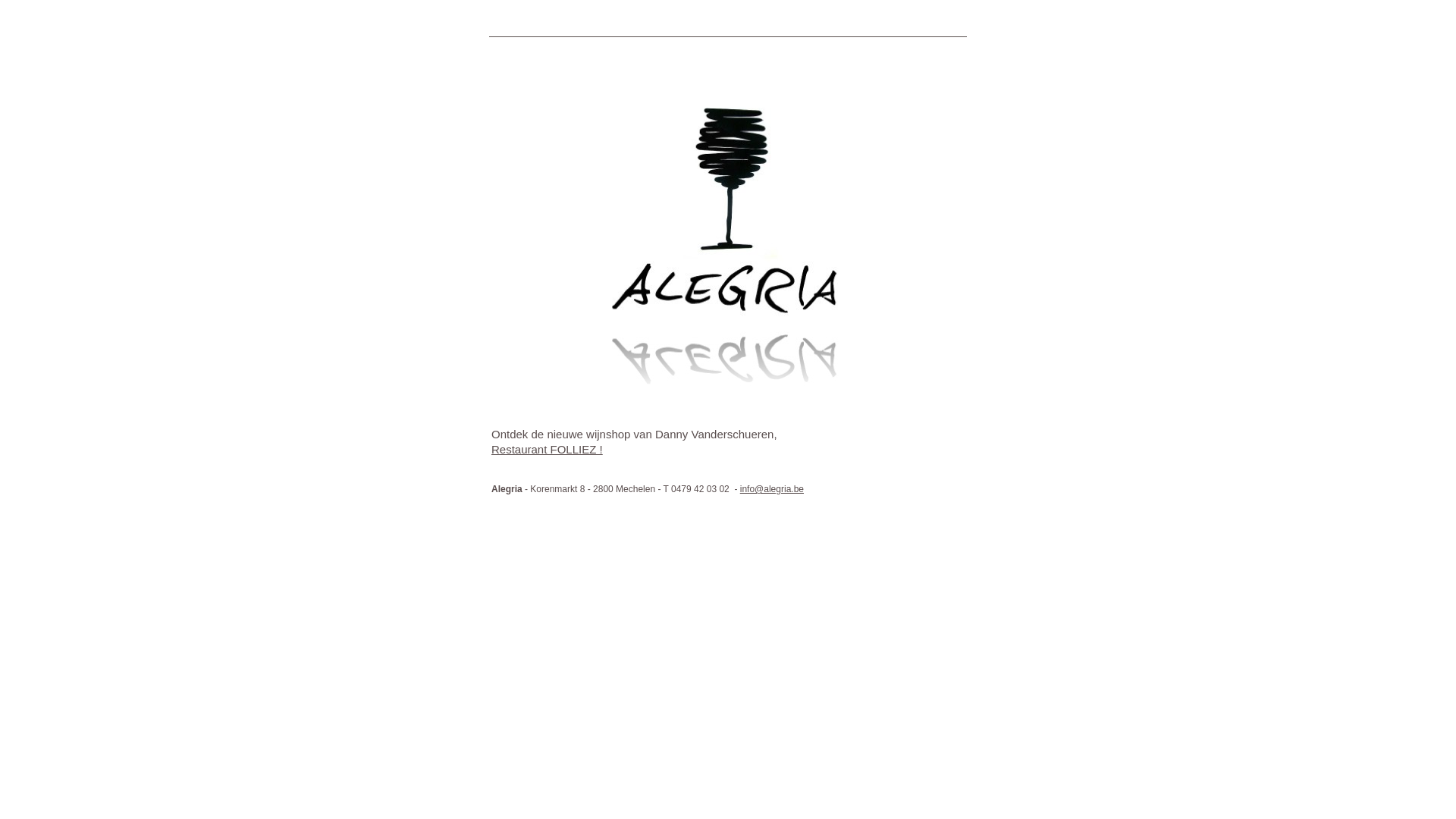 This screenshot has width=1456, height=819. I want to click on 'info@alegria.be', so click(771, 488).